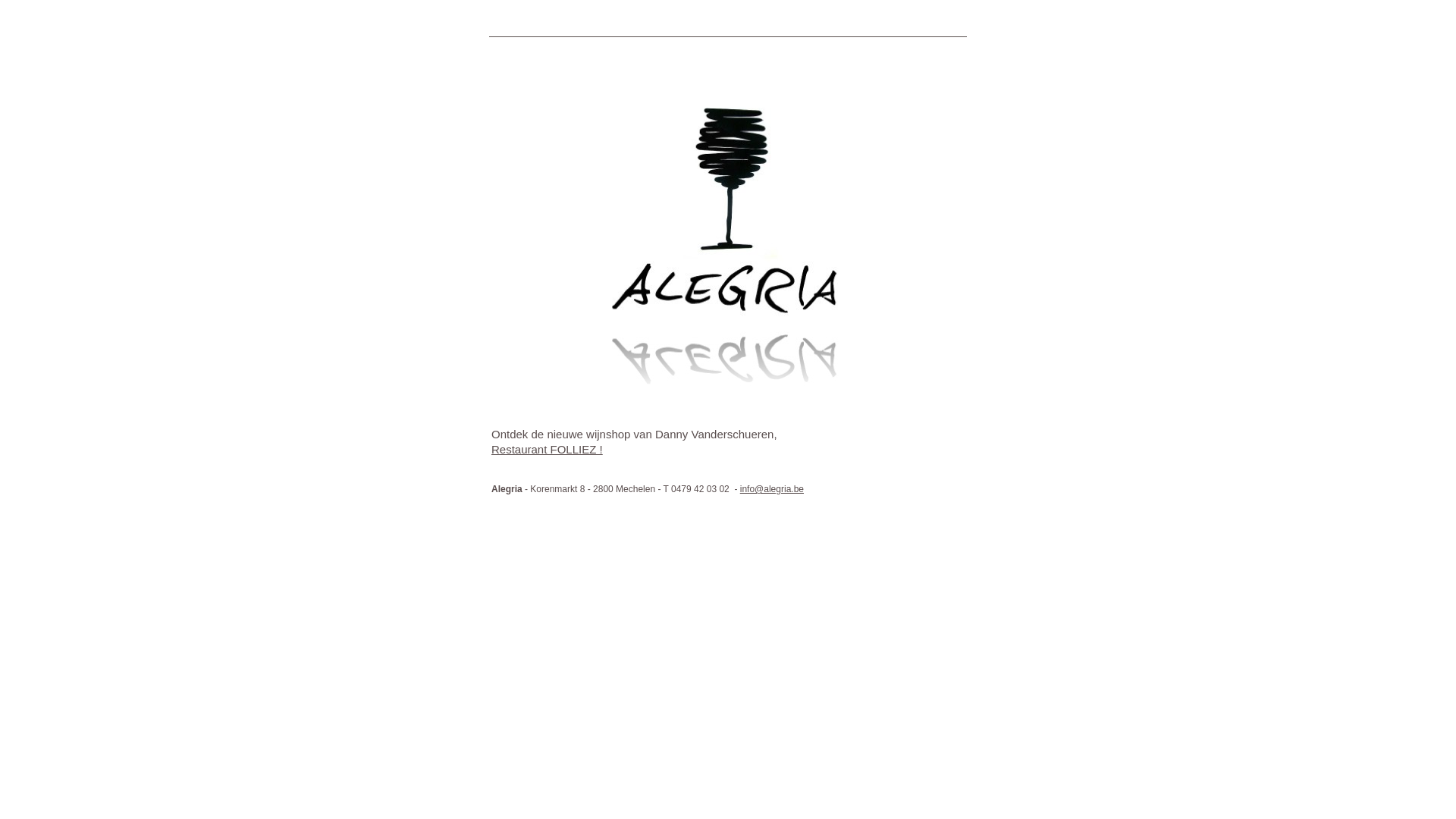 This screenshot has width=1456, height=819. I want to click on 'info@alegria.be', so click(771, 488).